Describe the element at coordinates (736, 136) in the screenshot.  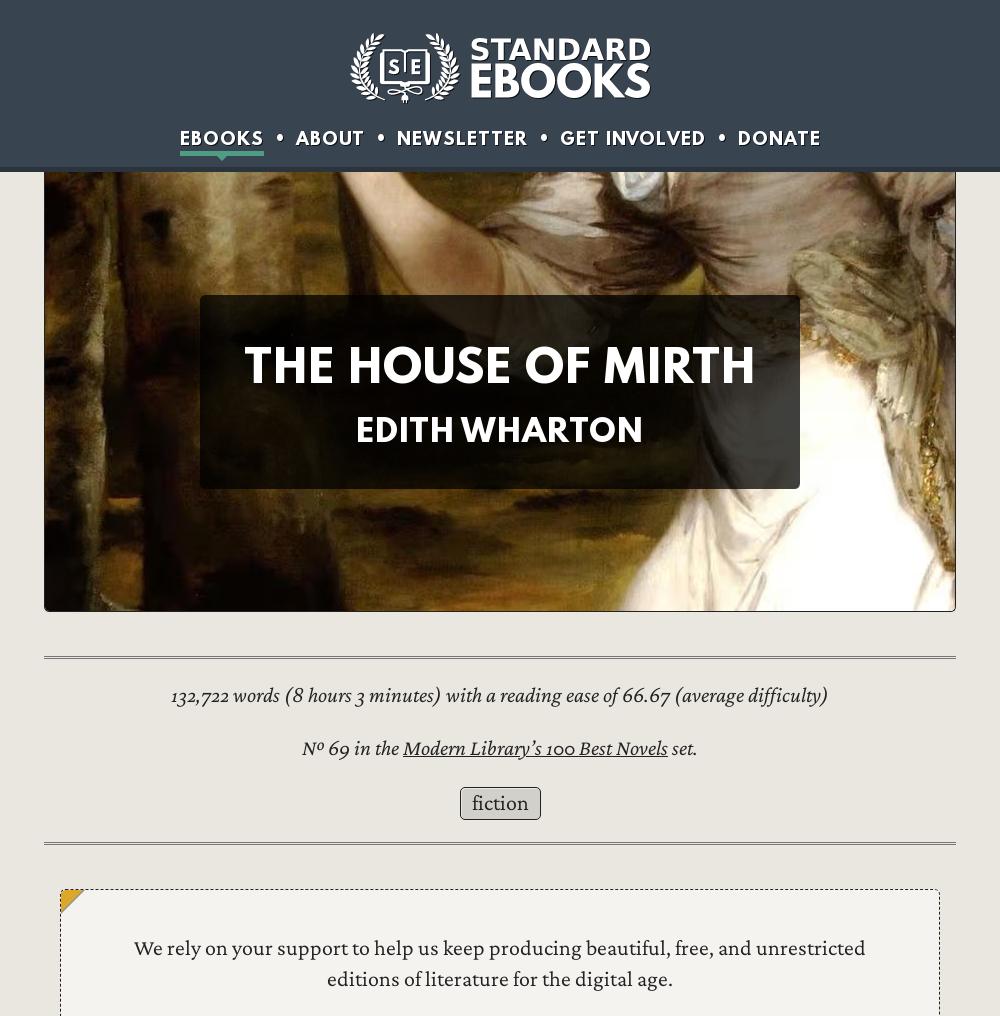
I see `'Donate'` at that location.